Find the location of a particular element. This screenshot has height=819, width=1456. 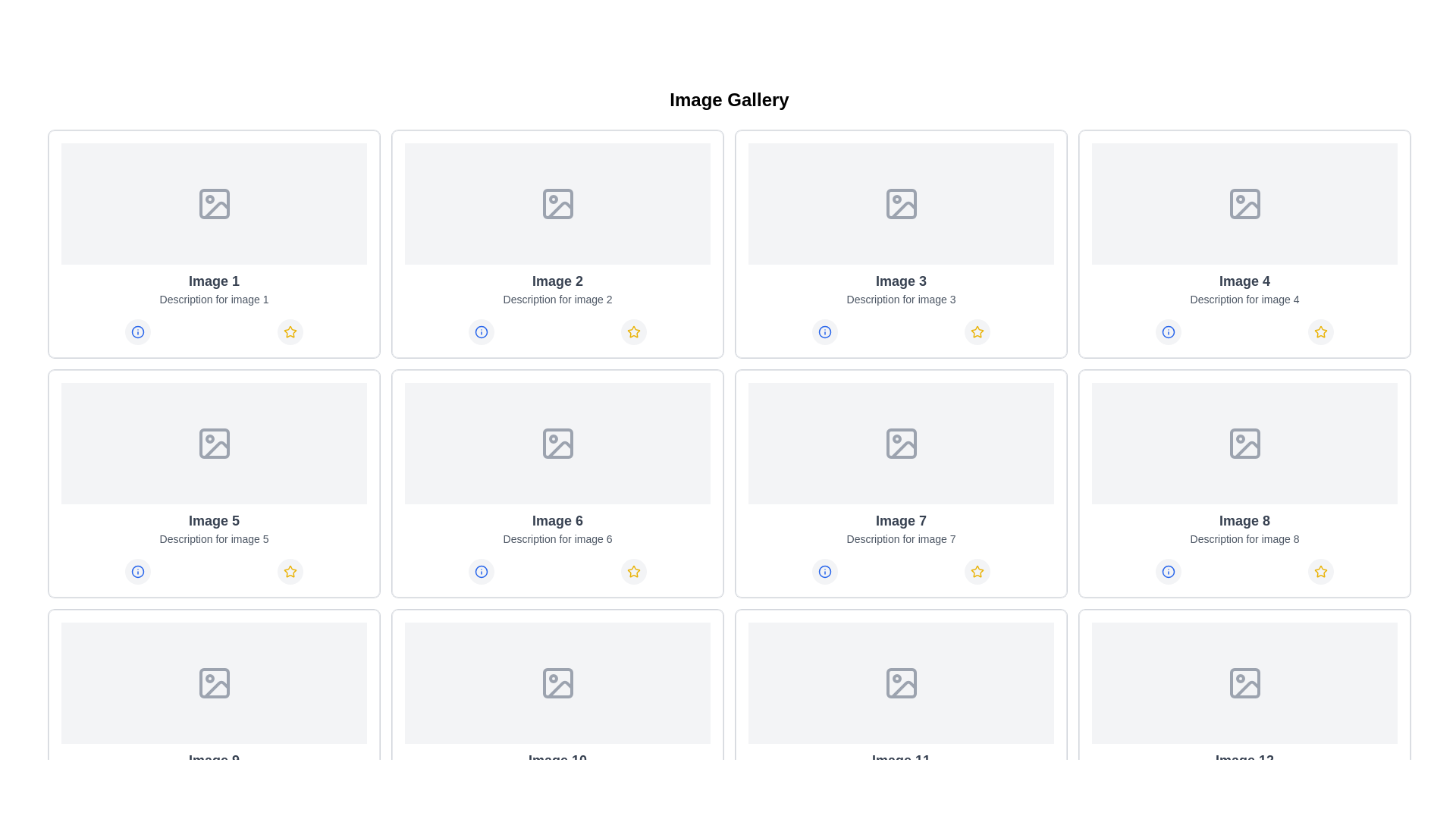

the star icon with a yellow outline located in the footer of the 'Image 2' card is located at coordinates (634, 331).